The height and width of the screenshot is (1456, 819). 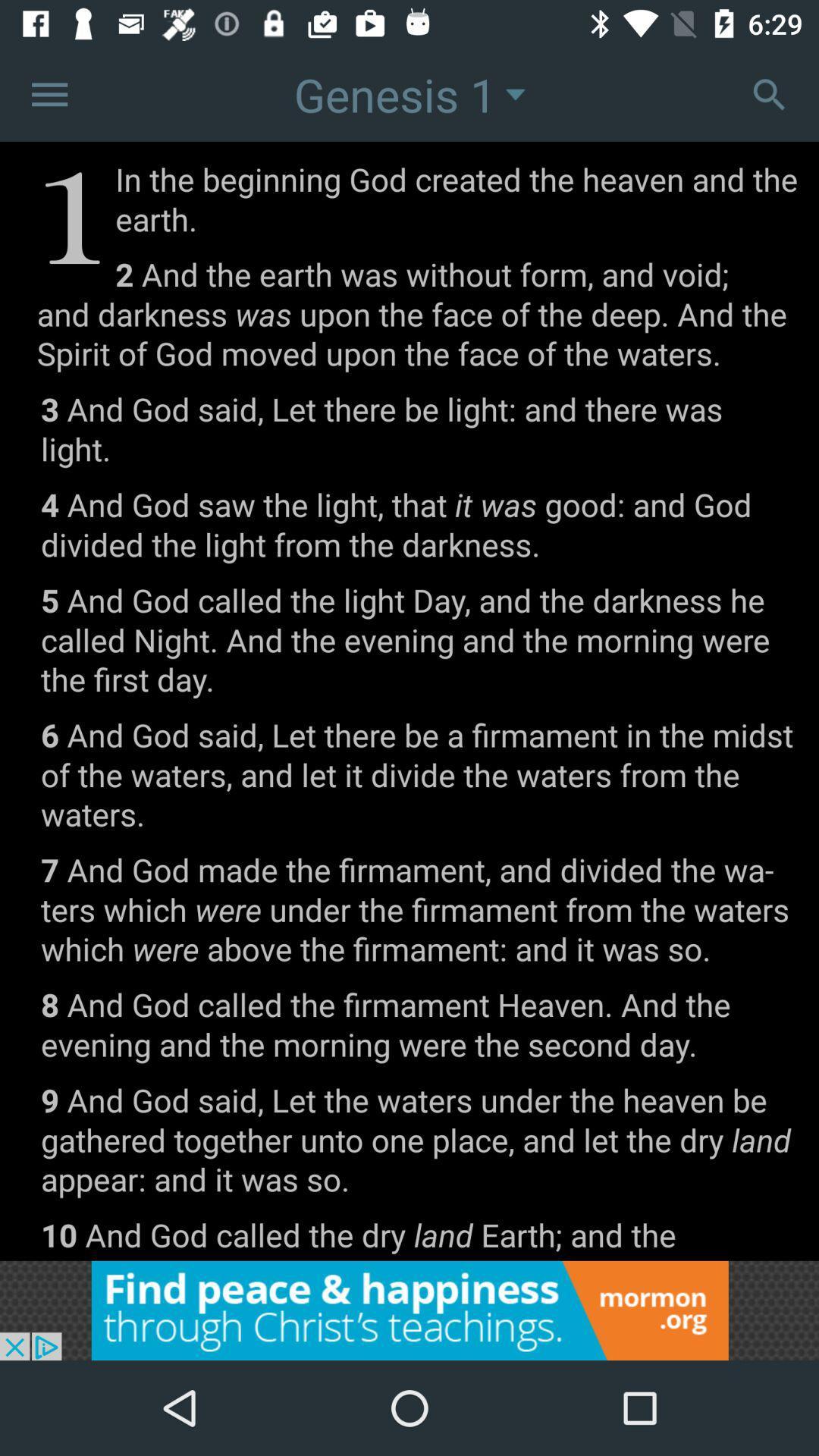 I want to click on the search, so click(x=769, y=93).